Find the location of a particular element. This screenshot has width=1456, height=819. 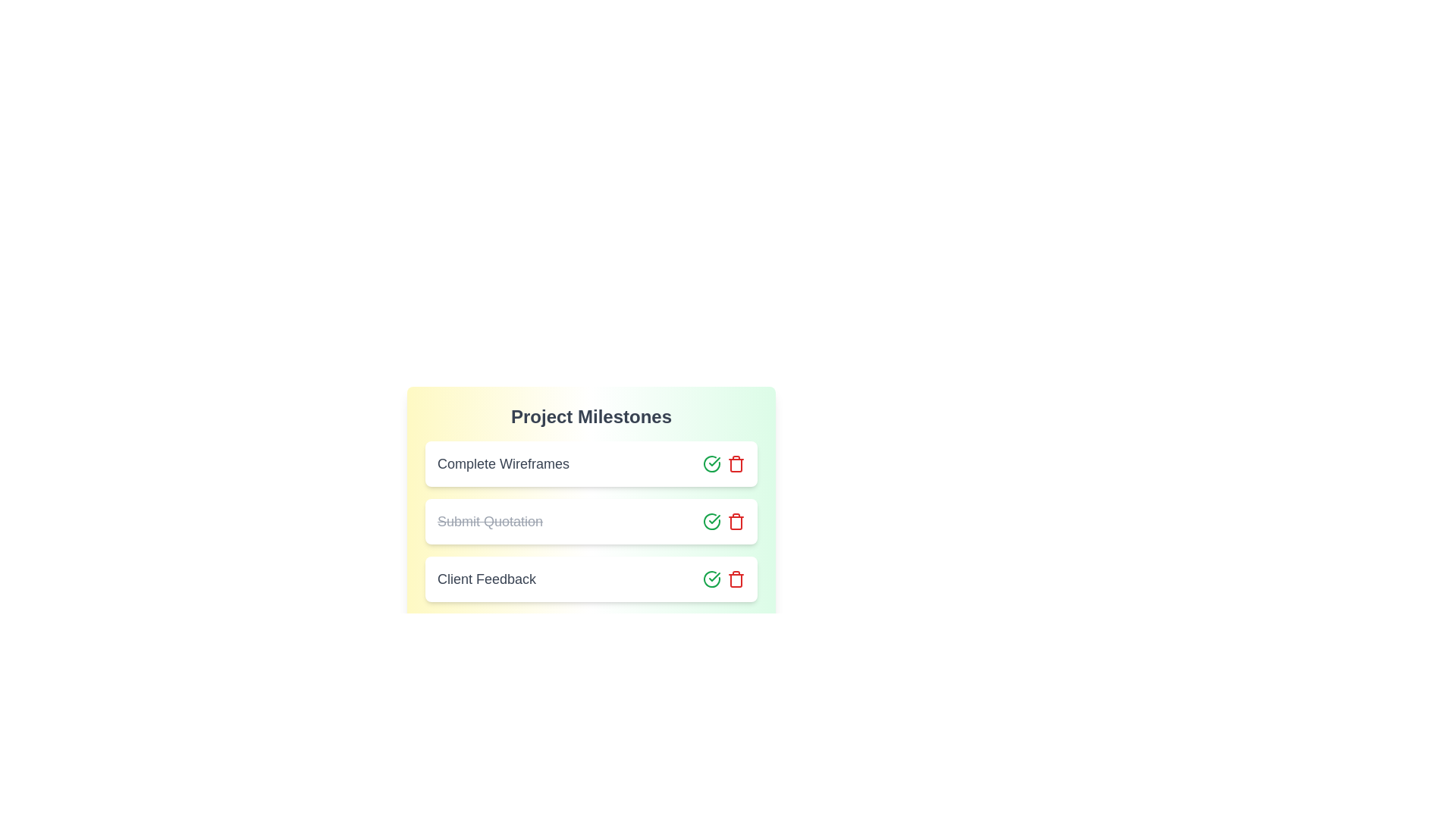

the header labeled 'Project Milestones' is located at coordinates (590, 417).